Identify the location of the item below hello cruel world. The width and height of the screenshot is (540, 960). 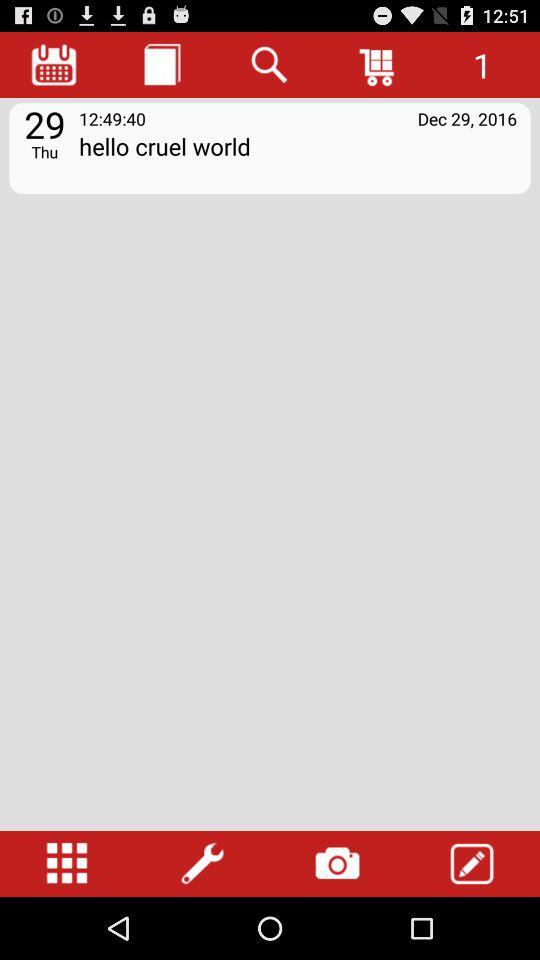
(472, 863).